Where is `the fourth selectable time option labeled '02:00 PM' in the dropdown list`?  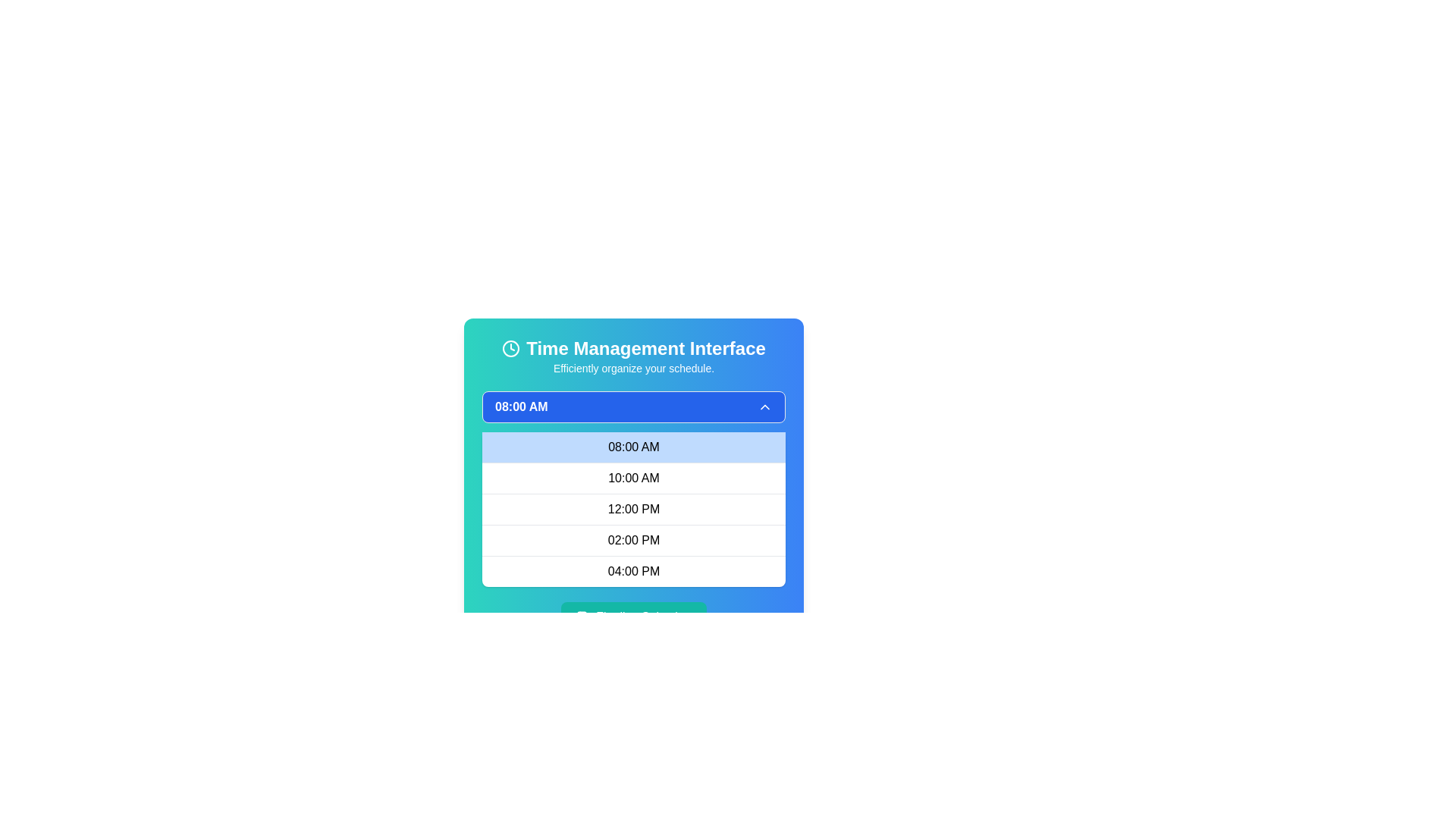
the fourth selectable time option labeled '02:00 PM' in the dropdown list is located at coordinates (633, 539).